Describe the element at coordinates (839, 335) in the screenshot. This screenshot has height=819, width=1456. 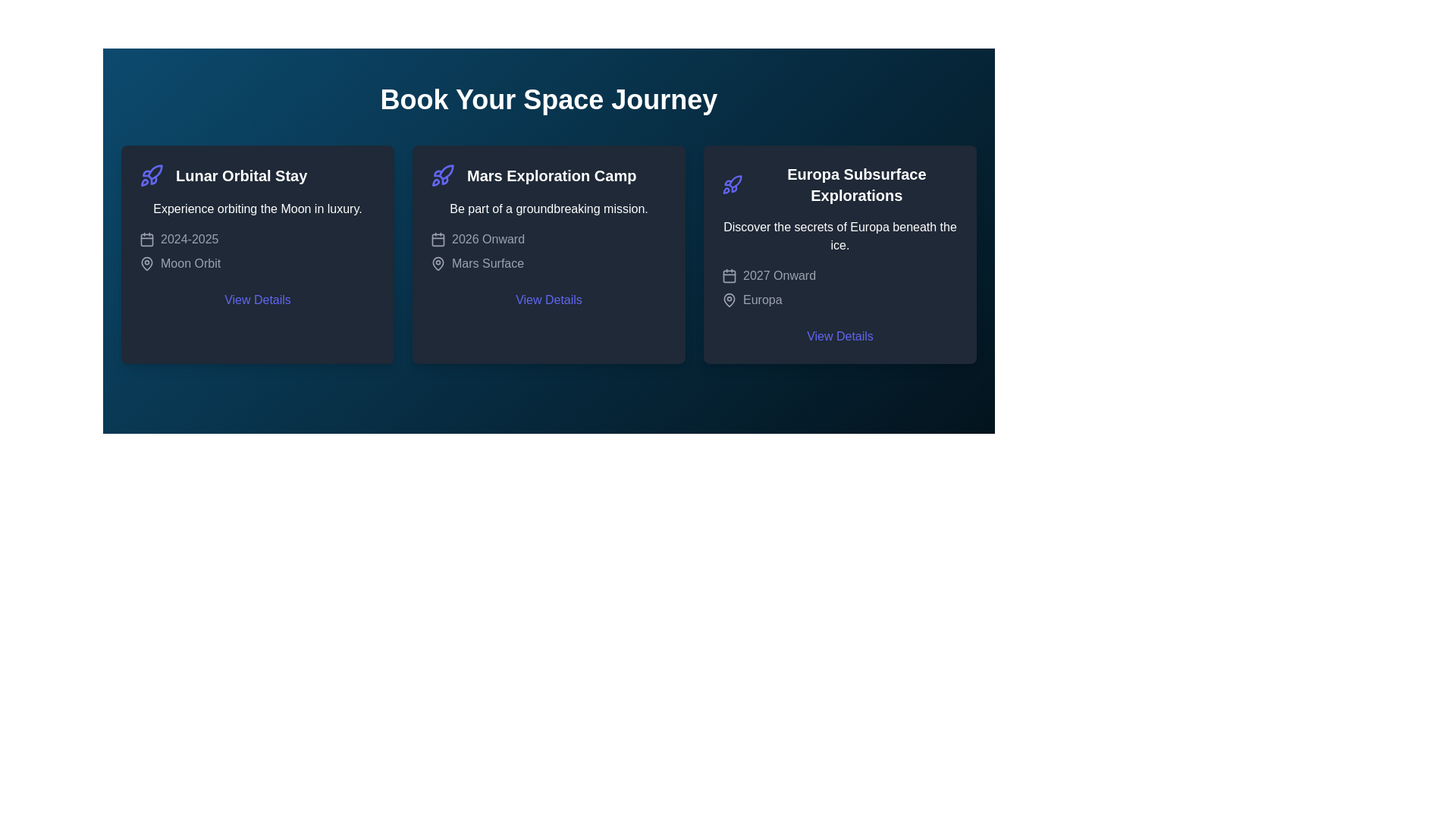
I see `the hyperlink that serves as a navigational link to more information about 'Europa Subsurface Explorations'` at that location.